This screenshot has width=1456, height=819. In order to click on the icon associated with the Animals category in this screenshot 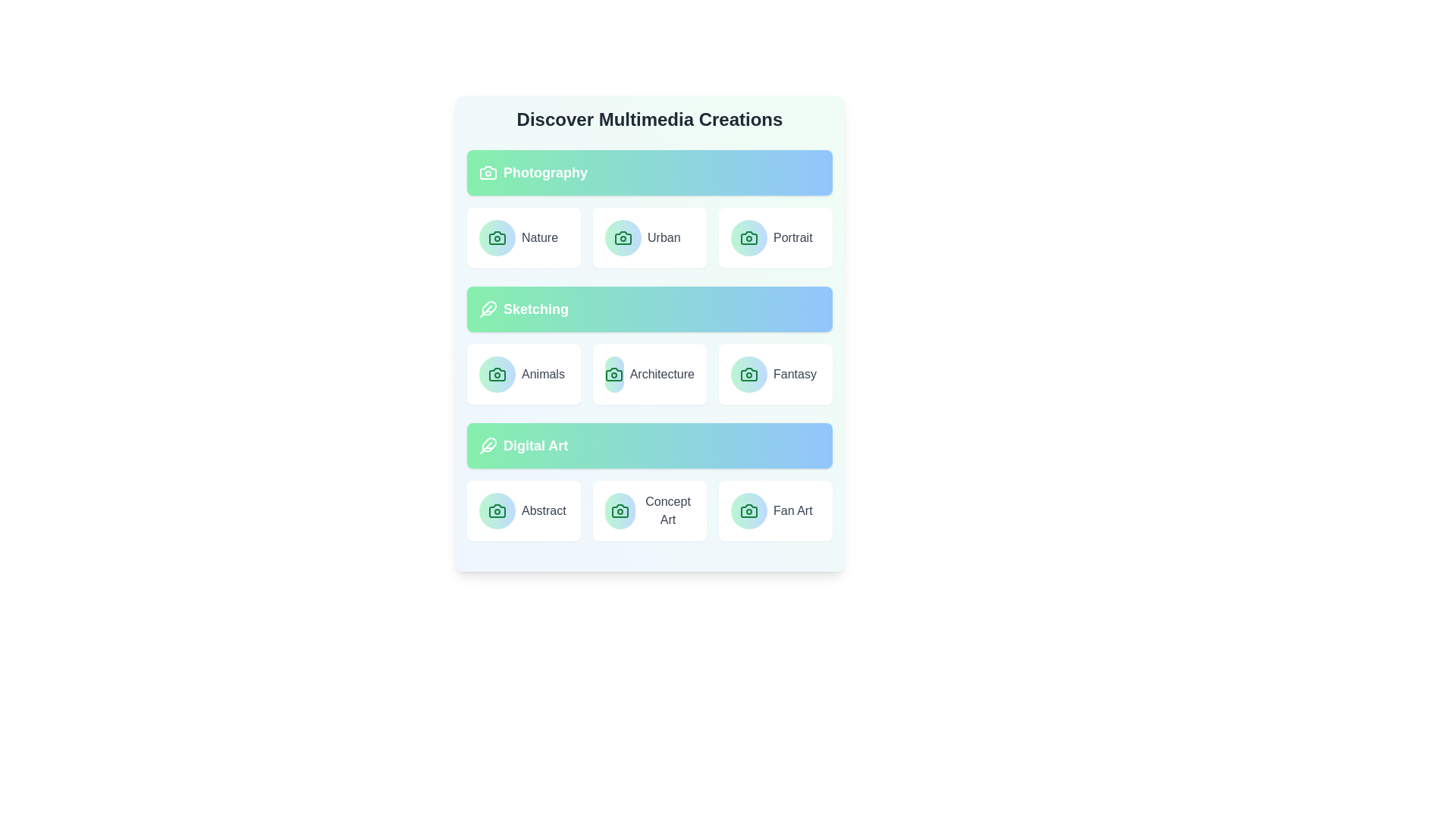, I will do `click(497, 374)`.